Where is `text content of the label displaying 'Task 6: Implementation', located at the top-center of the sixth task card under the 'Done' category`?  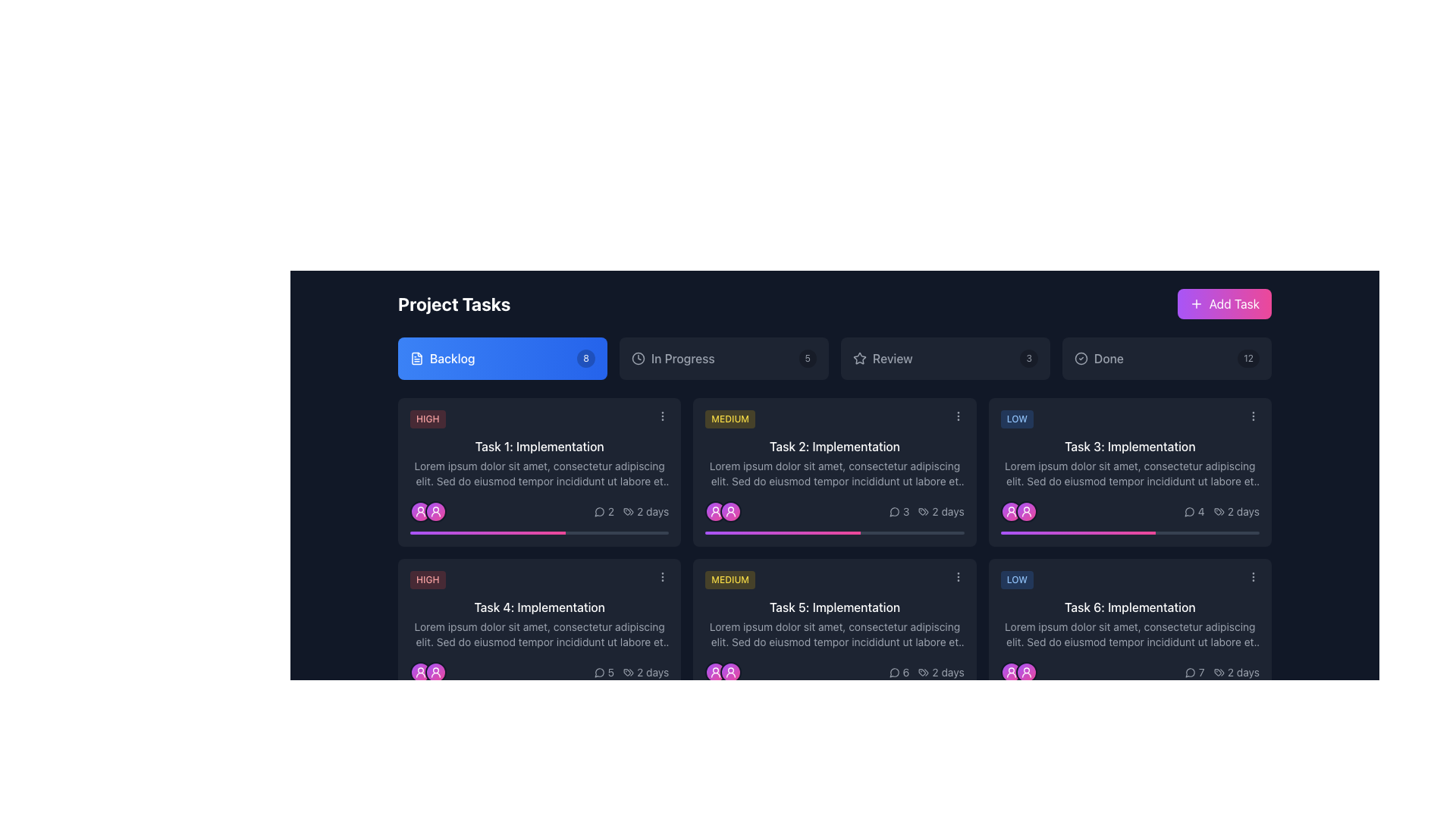 text content of the label displaying 'Task 6: Implementation', located at the top-center of the sixth task card under the 'Done' category is located at coordinates (1130, 607).